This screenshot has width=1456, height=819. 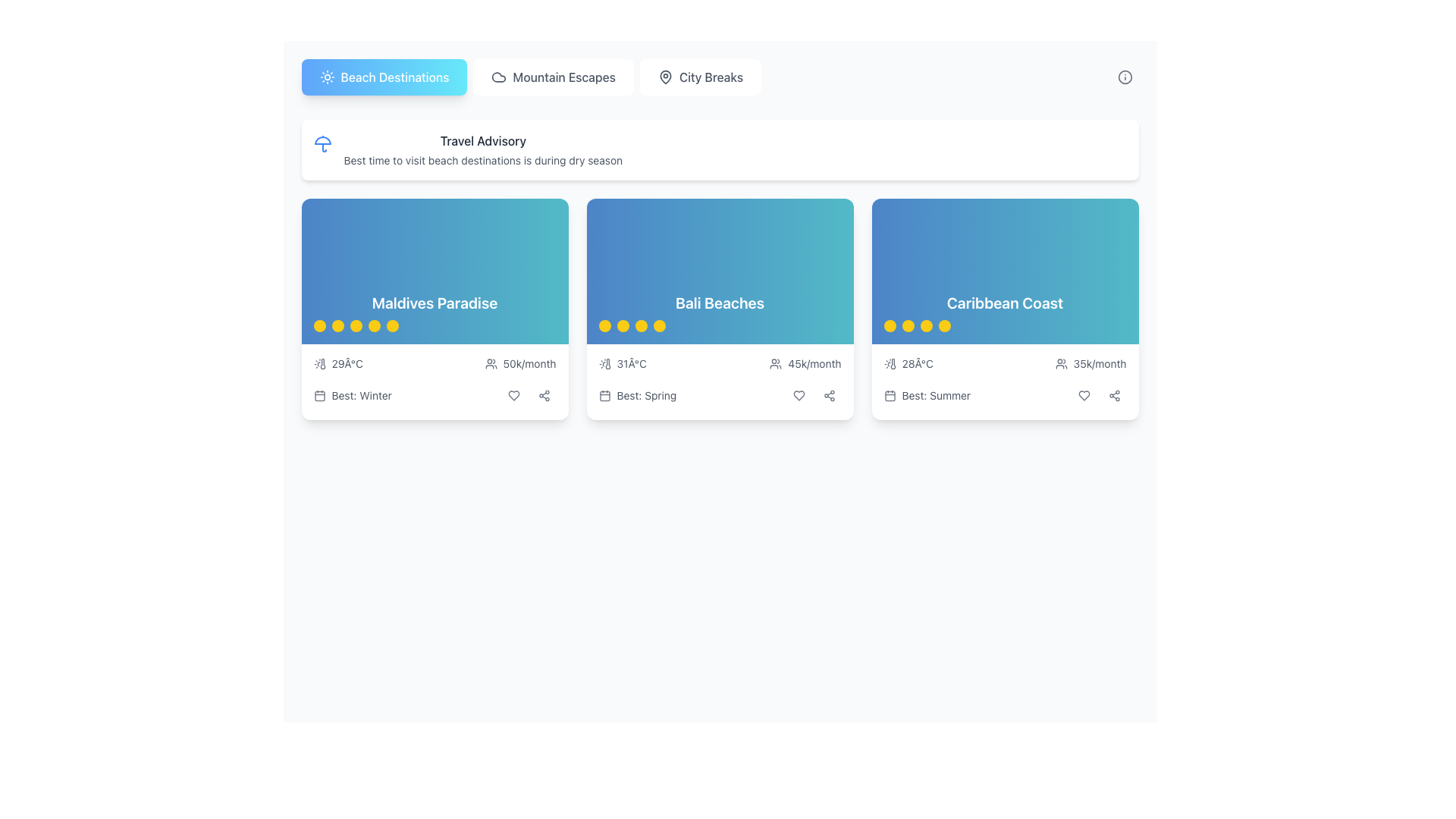 What do you see at coordinates (352, 394) in the screenshot?
I see `the Text with Icon Pair that displays 'Best: Winter' located below the 'Maldives Paradise' section` at bounding box center [352, 394].